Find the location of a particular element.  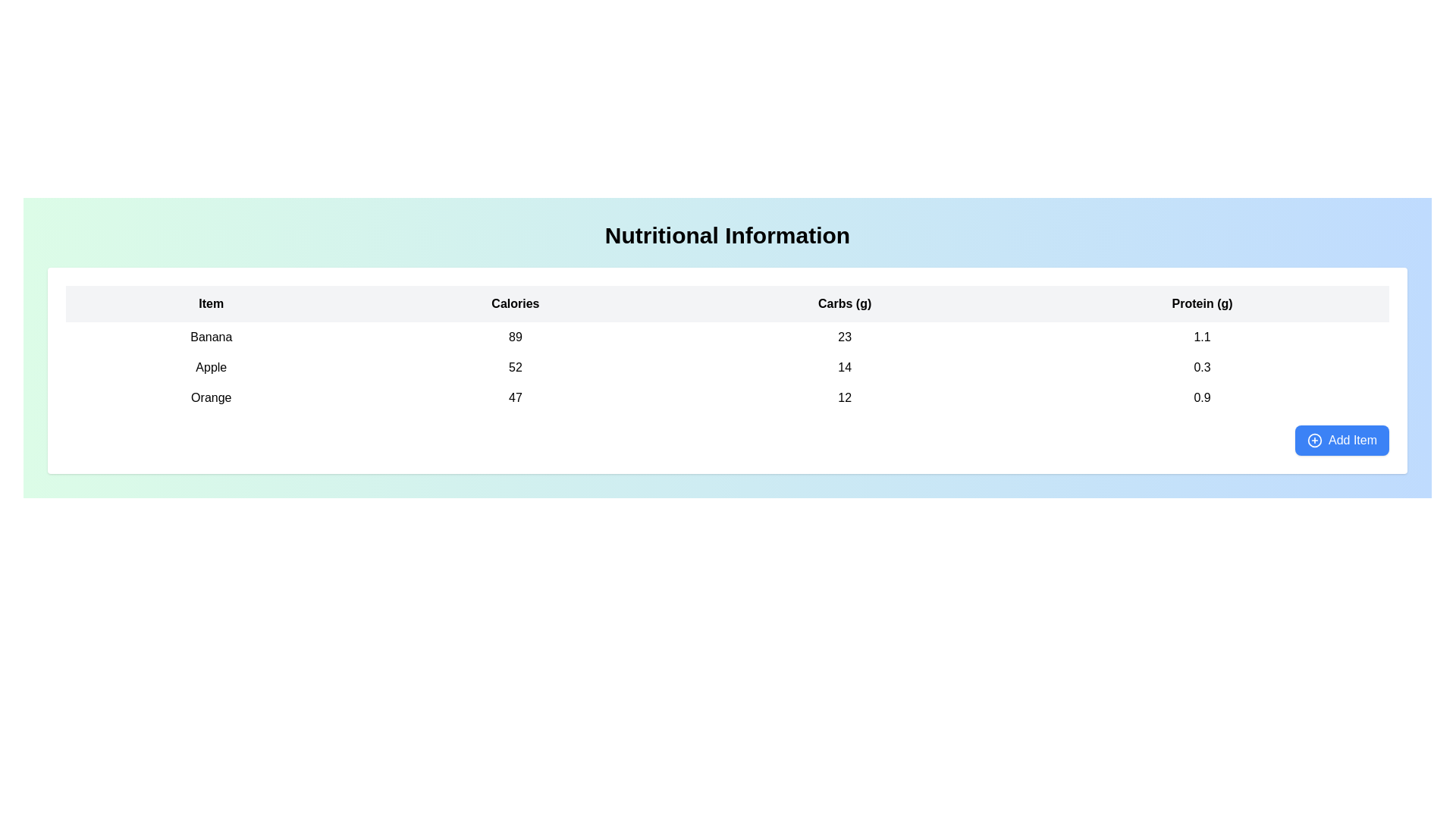

the text label displaying '0.9' in the table corresponding to the item 'Orange', which is aligned with the 'Protein (g)' column is located at coordinates (1201, 397).